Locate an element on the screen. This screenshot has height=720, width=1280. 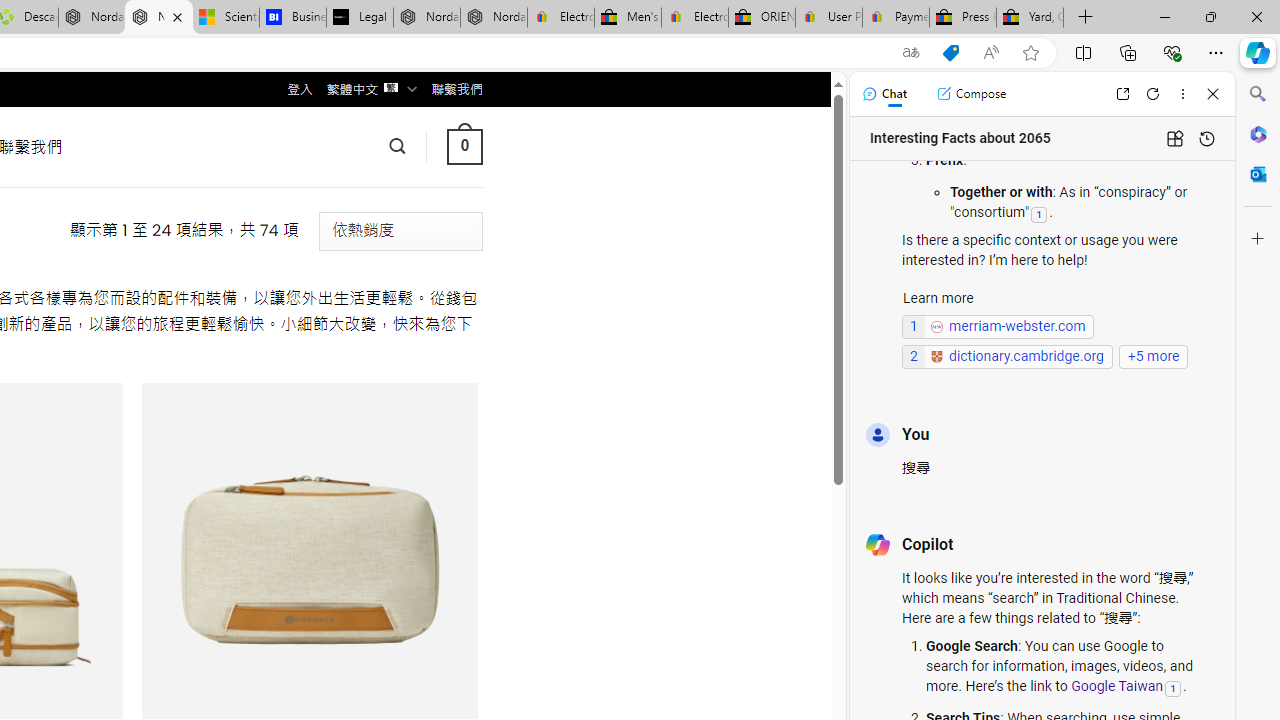
'Compose' is located at coordinates (971, 93).